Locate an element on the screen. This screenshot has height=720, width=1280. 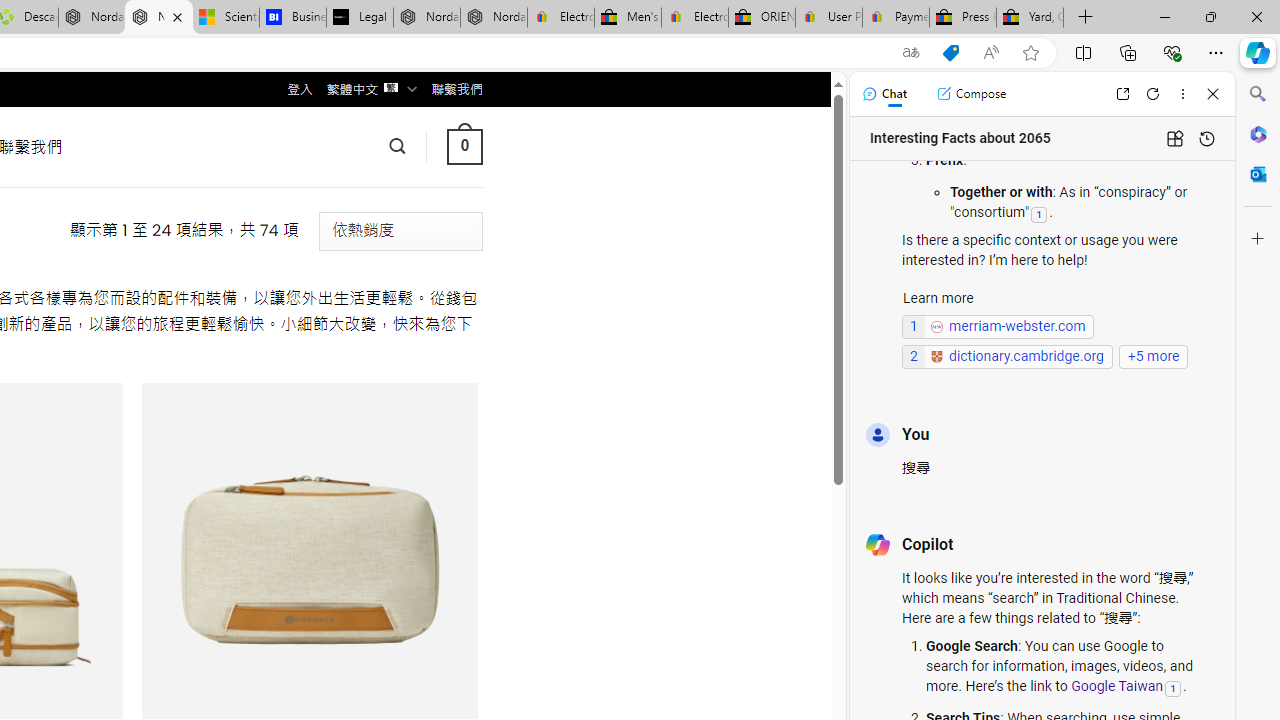
'Compose' is located at coordinates (971, 93).